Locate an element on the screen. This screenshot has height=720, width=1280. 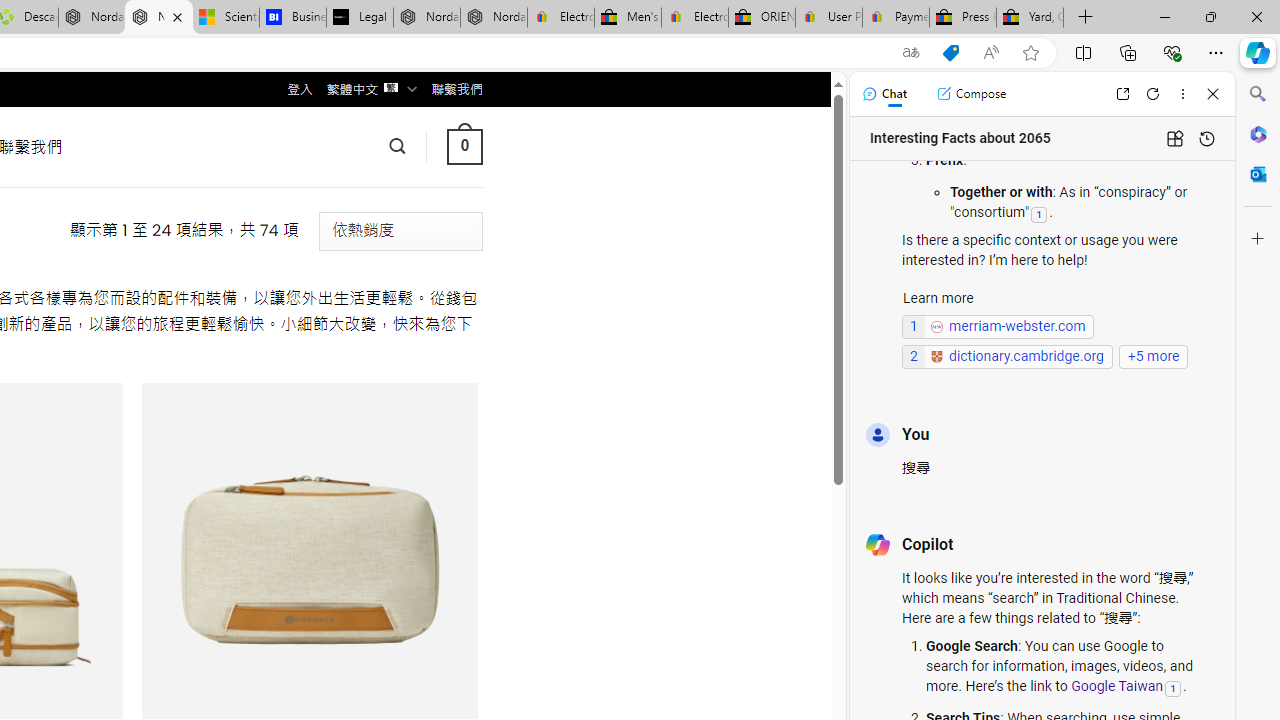
'Compose' is located at coordinates (971, 93).